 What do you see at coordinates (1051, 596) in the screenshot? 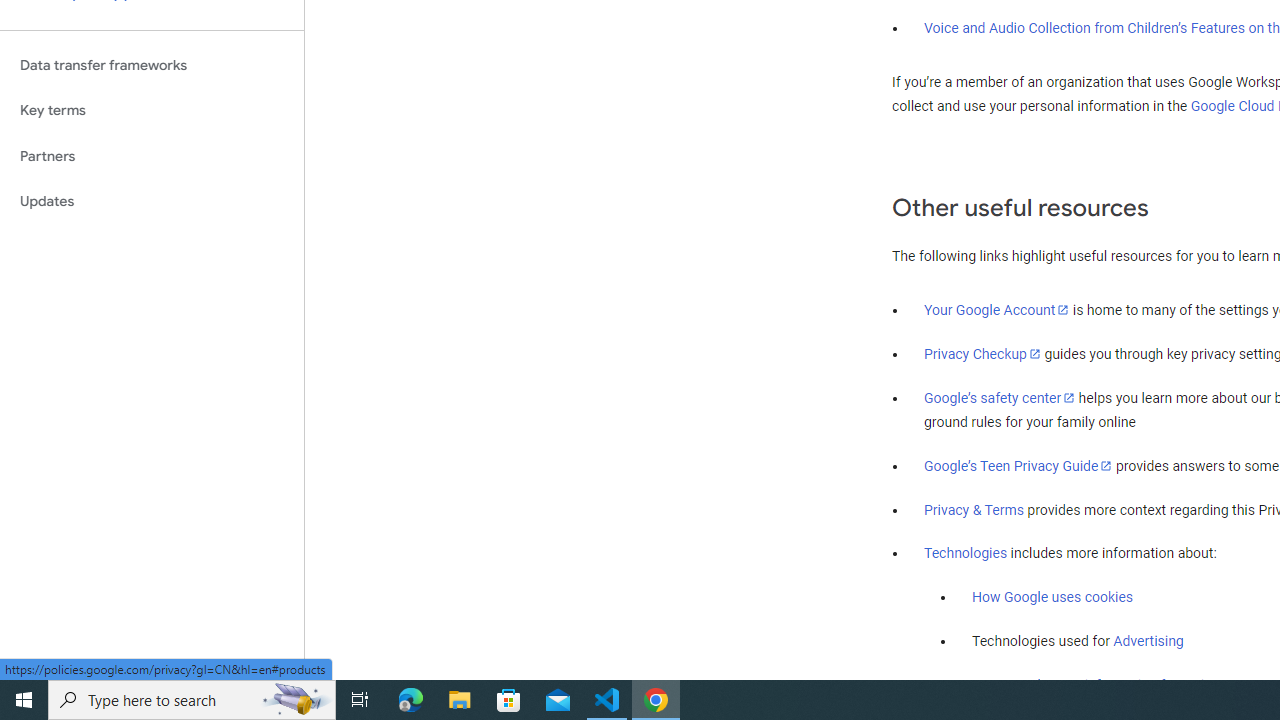
I see `'How Google uses cookies'` at bounding box center [1051, 596].